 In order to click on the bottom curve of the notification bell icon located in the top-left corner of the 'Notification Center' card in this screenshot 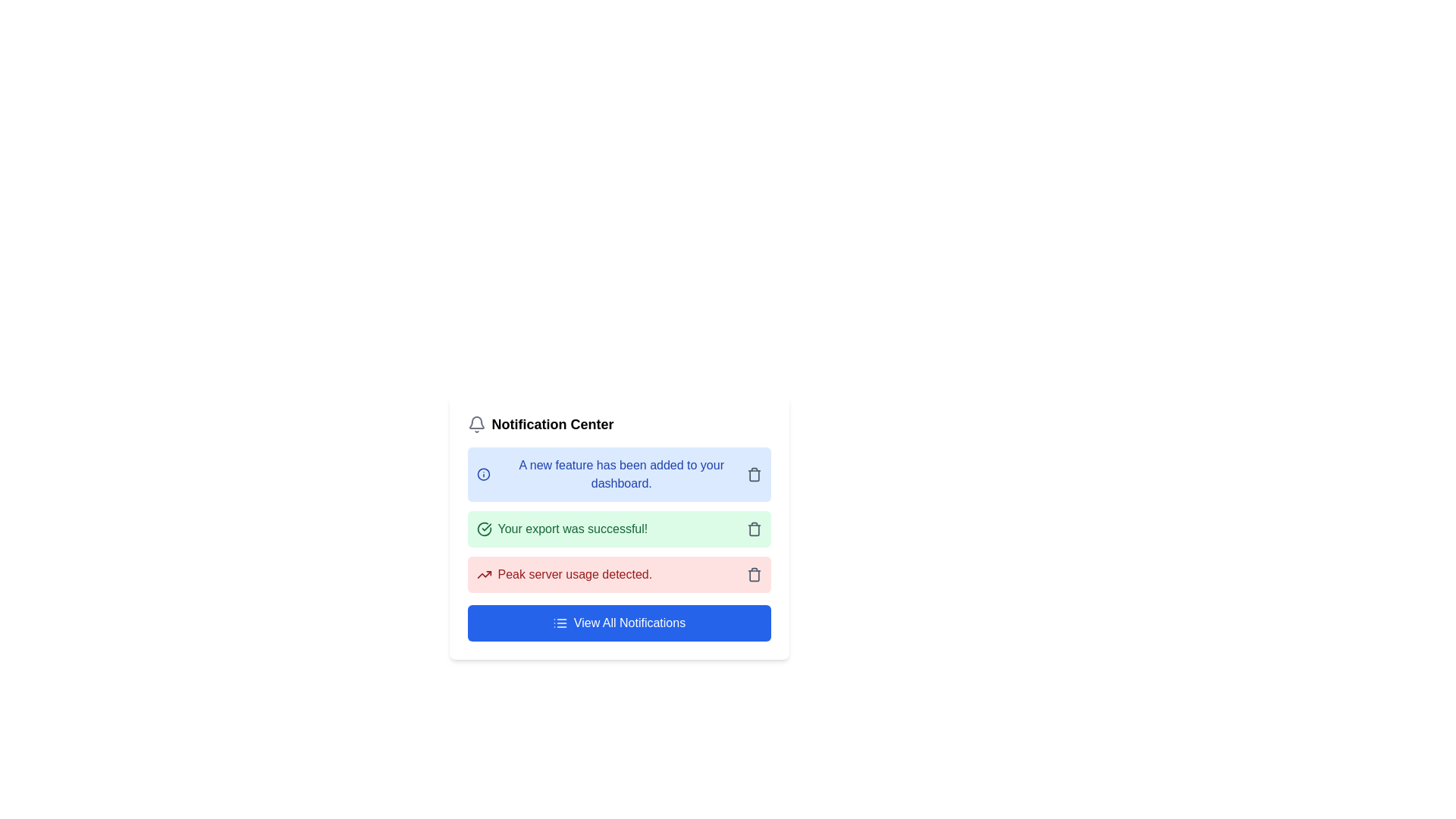, I will do `click(475, 422)`.